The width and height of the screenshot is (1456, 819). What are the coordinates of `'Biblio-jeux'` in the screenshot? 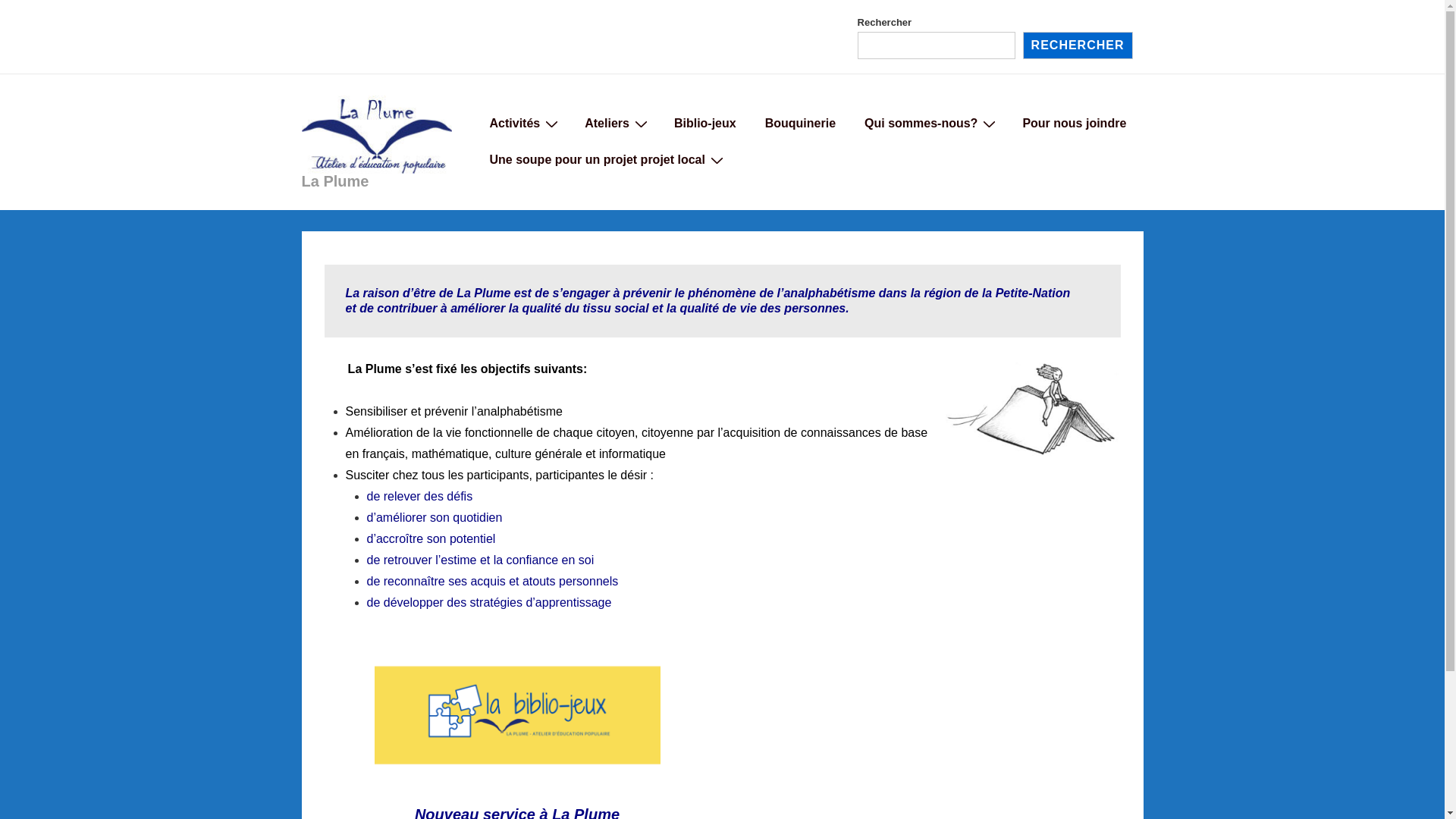 It's located at (704, 122).